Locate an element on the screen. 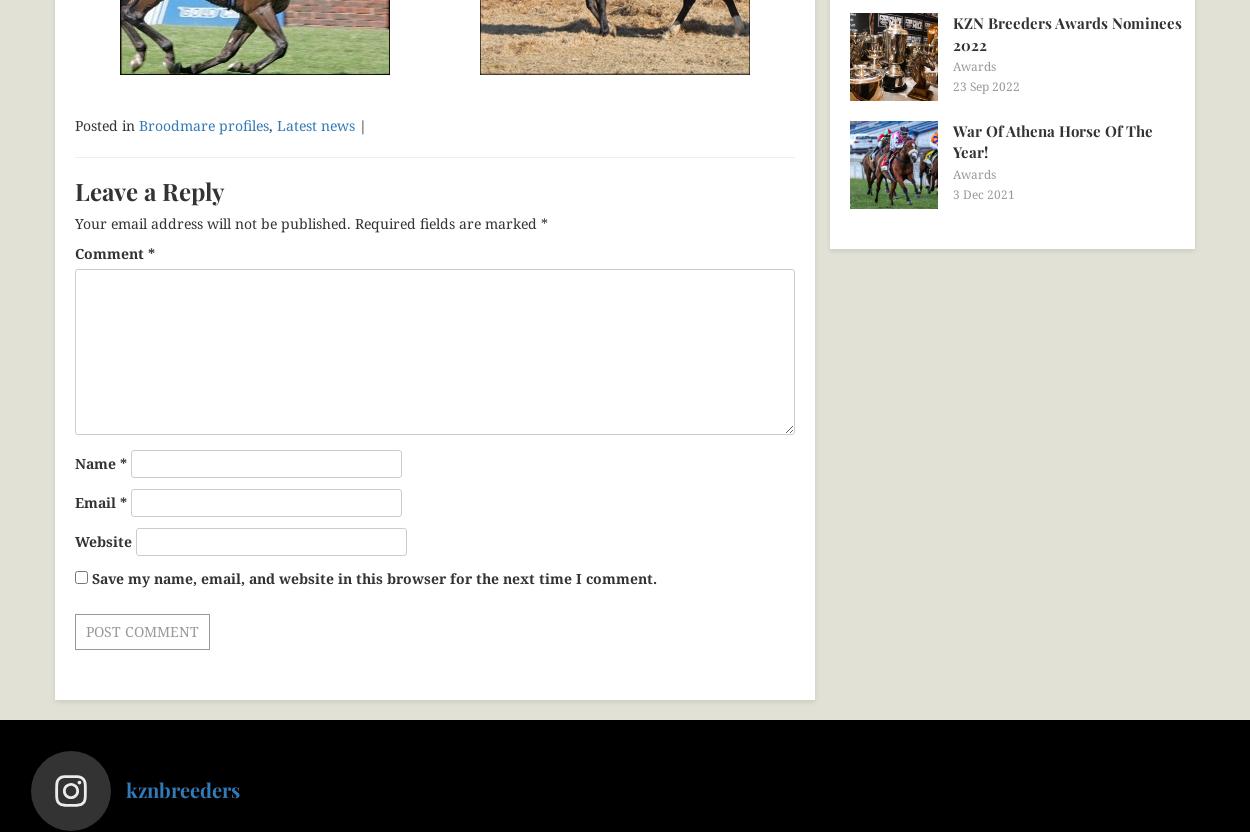  'Leave a Reply' is located at coordinates (149, 189).